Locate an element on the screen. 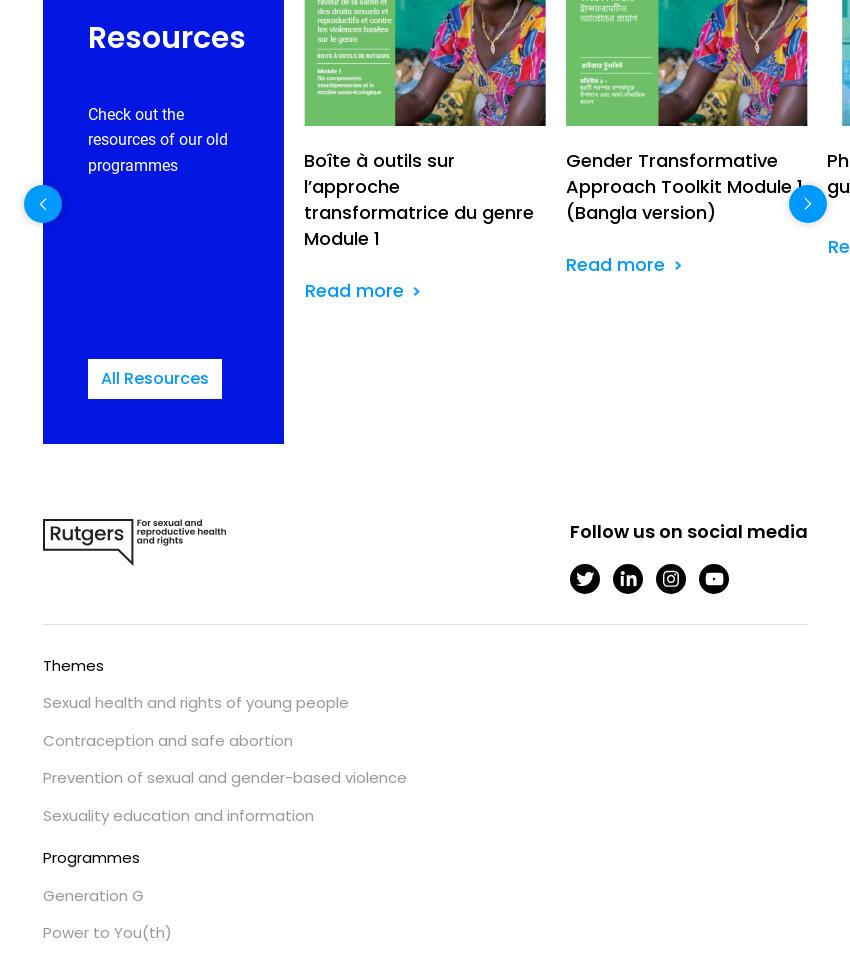 This screenshot has width=850, height=960. 'Power to You(th)' is located at coordinates (105, 932).